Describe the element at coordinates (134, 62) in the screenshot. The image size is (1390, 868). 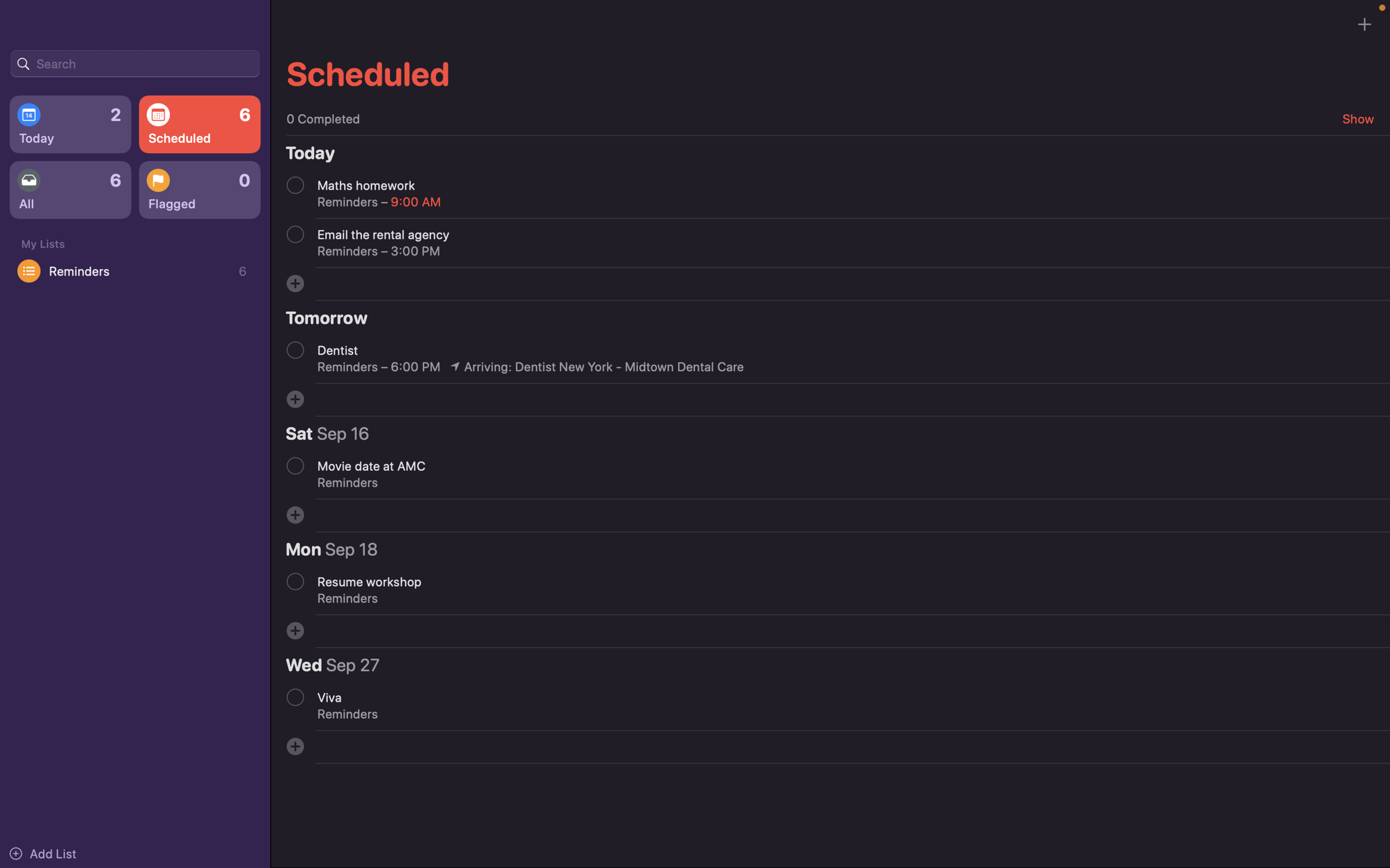
I see `Use the search function to locate an event` at that location.